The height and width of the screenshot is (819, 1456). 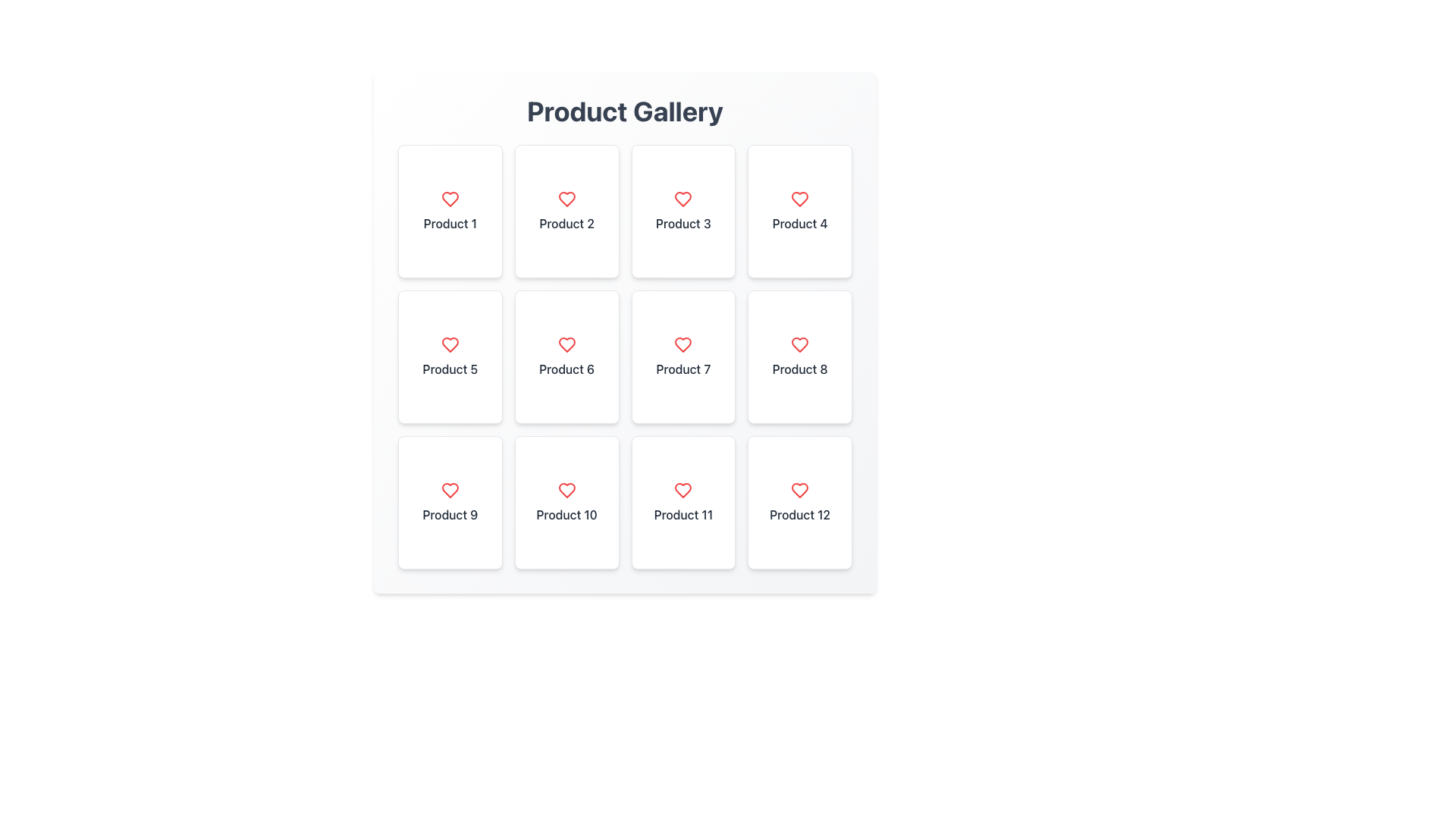 What do you see at coordinates (682, 491) in the screenshot?
I see `the heart-shaped icon outlined in red, filled with white, located above the text 'Product 11' in the eleventh card of a 3x4 grid layout` at bounding box center [682, 491].